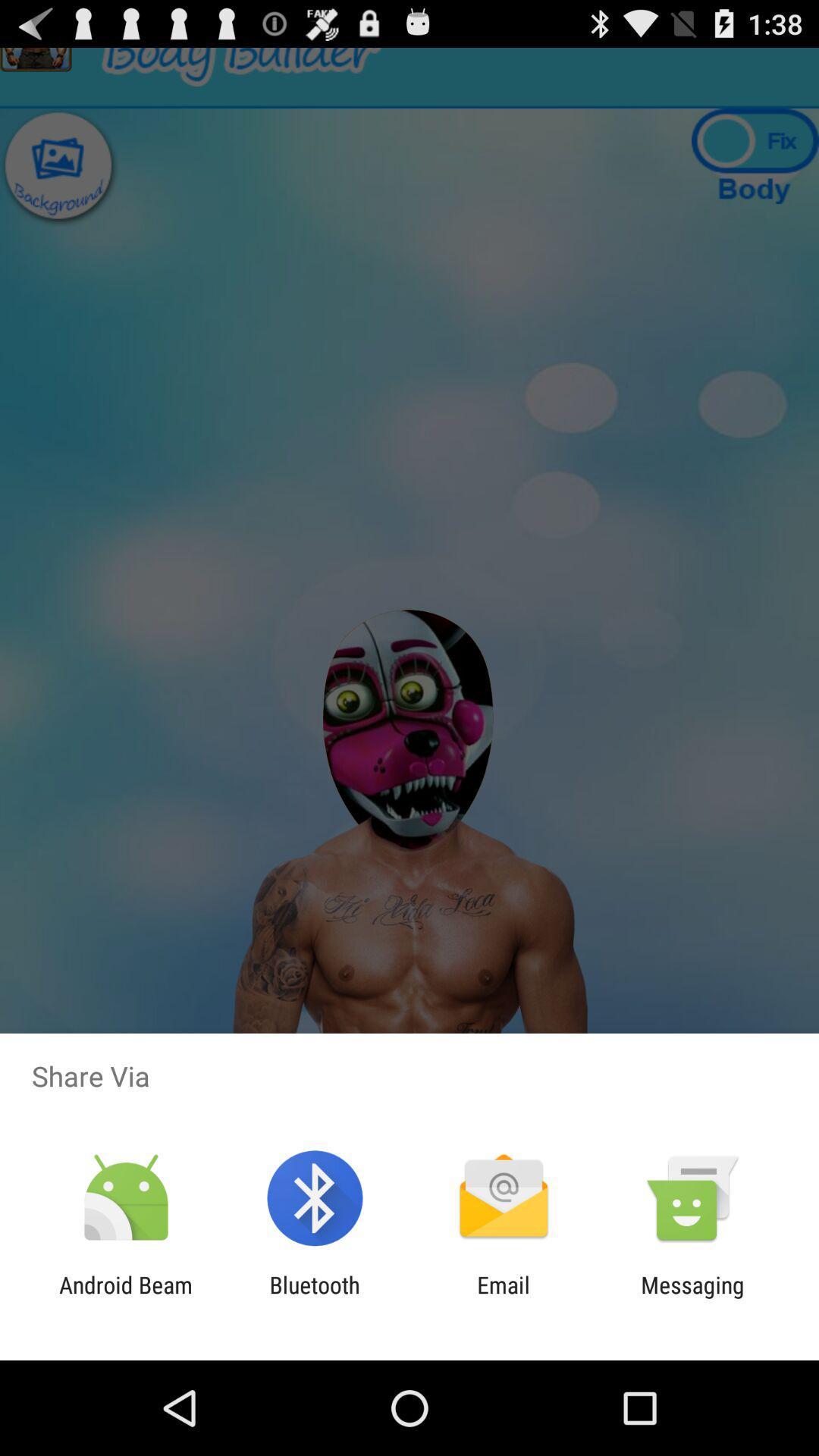  Describe the element at coordinates (314, 1298) in the screenshot. I see `the icon next to android beam app` at that location.